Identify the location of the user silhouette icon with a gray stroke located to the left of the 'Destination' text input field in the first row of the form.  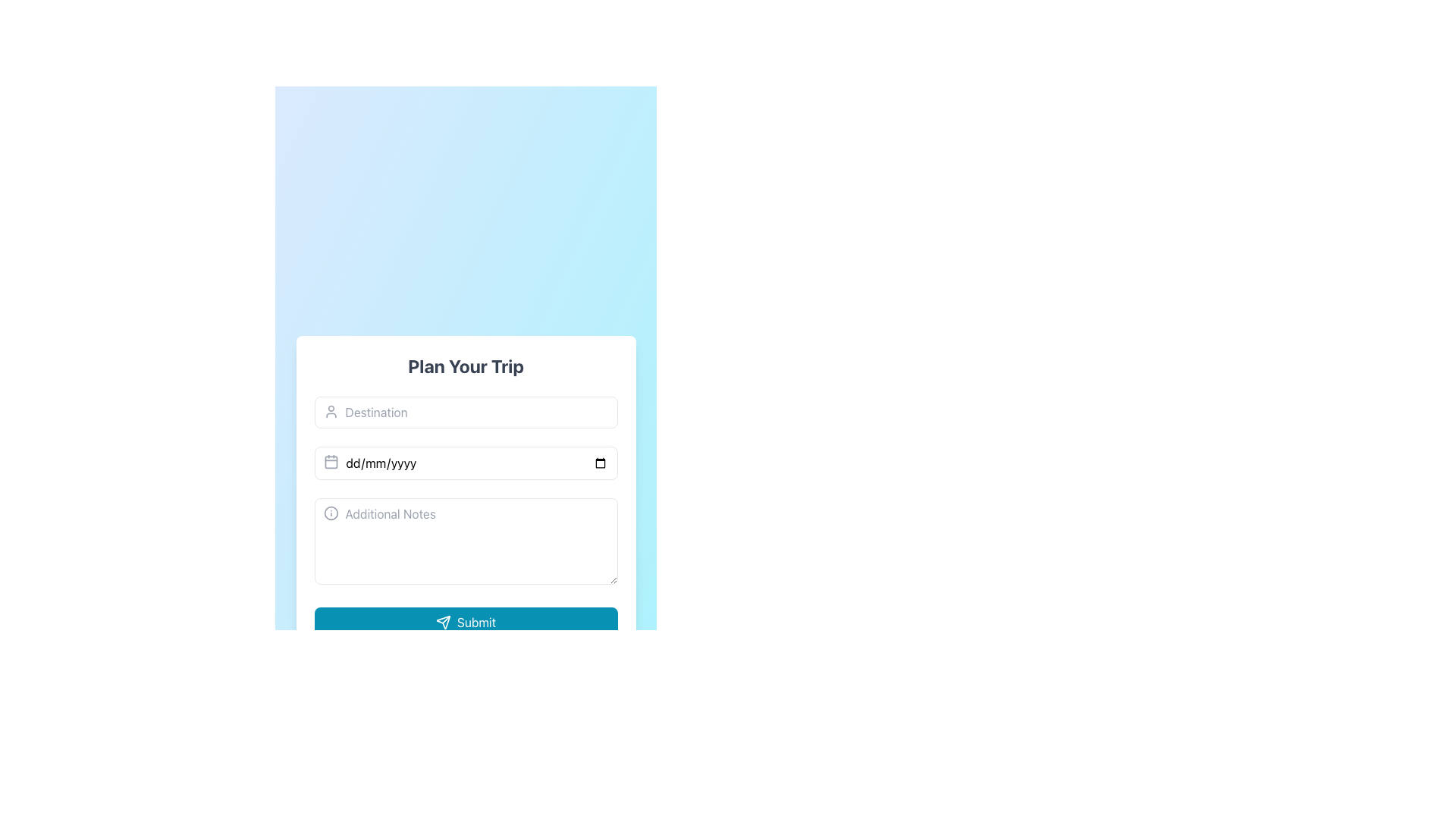
(330, 412).